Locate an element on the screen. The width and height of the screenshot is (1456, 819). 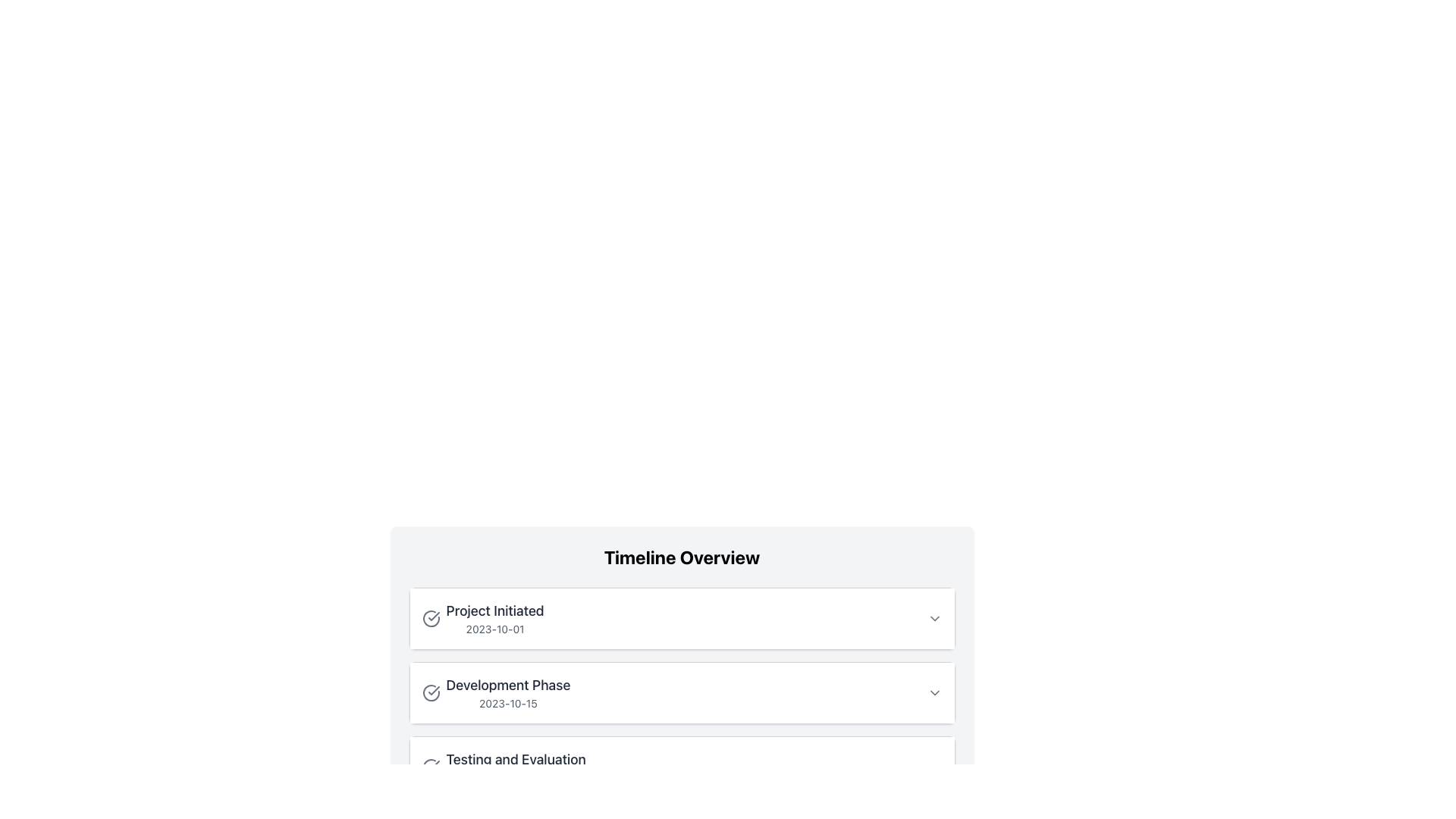
the checkmark icon representing completion status in the 'Timeline Overview' section, which is styled in gray and associated with the 'Development Phase' label is located at coordinates (432, 765).